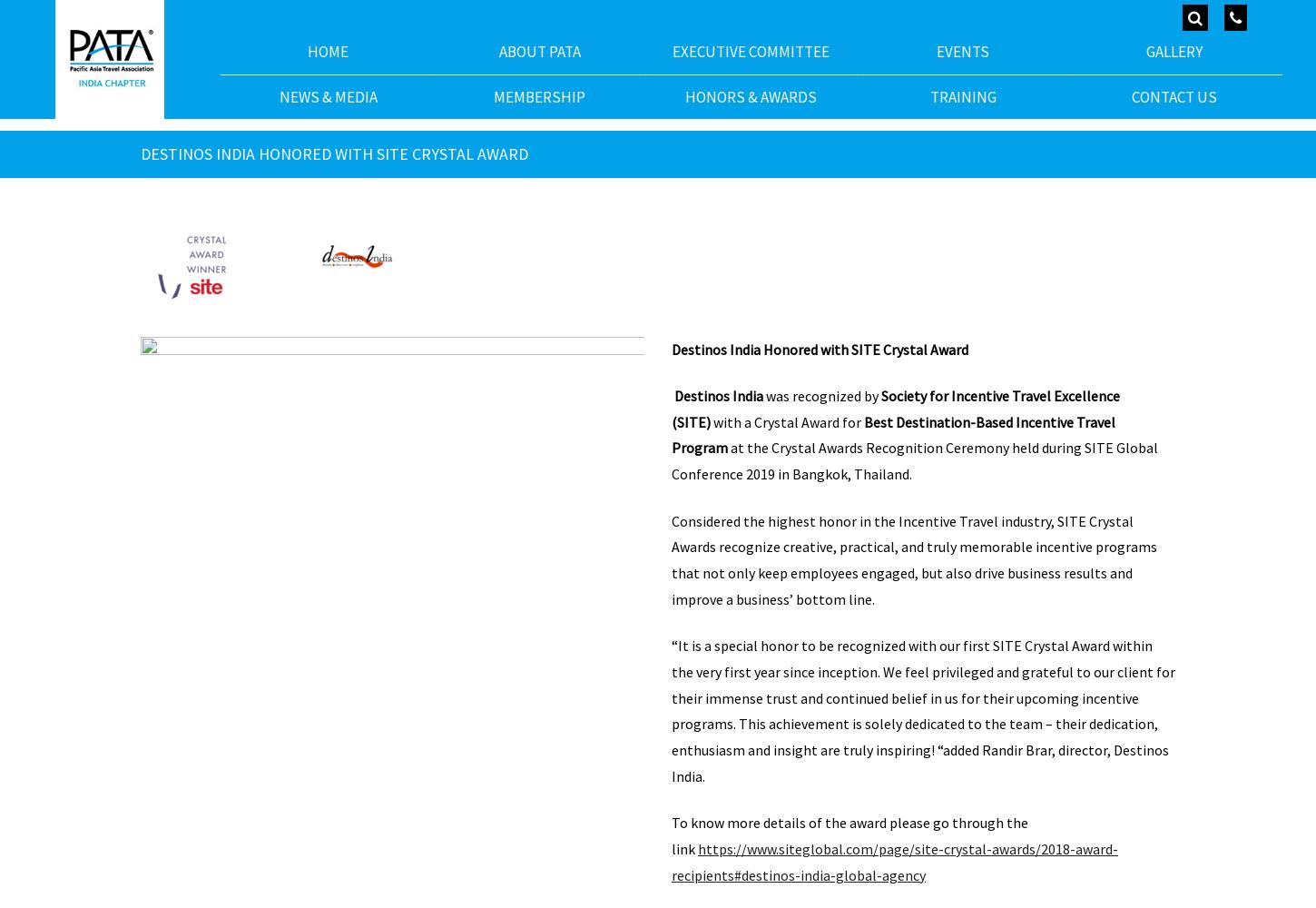  I want to click on 'was recognized by', so click(822, 396).